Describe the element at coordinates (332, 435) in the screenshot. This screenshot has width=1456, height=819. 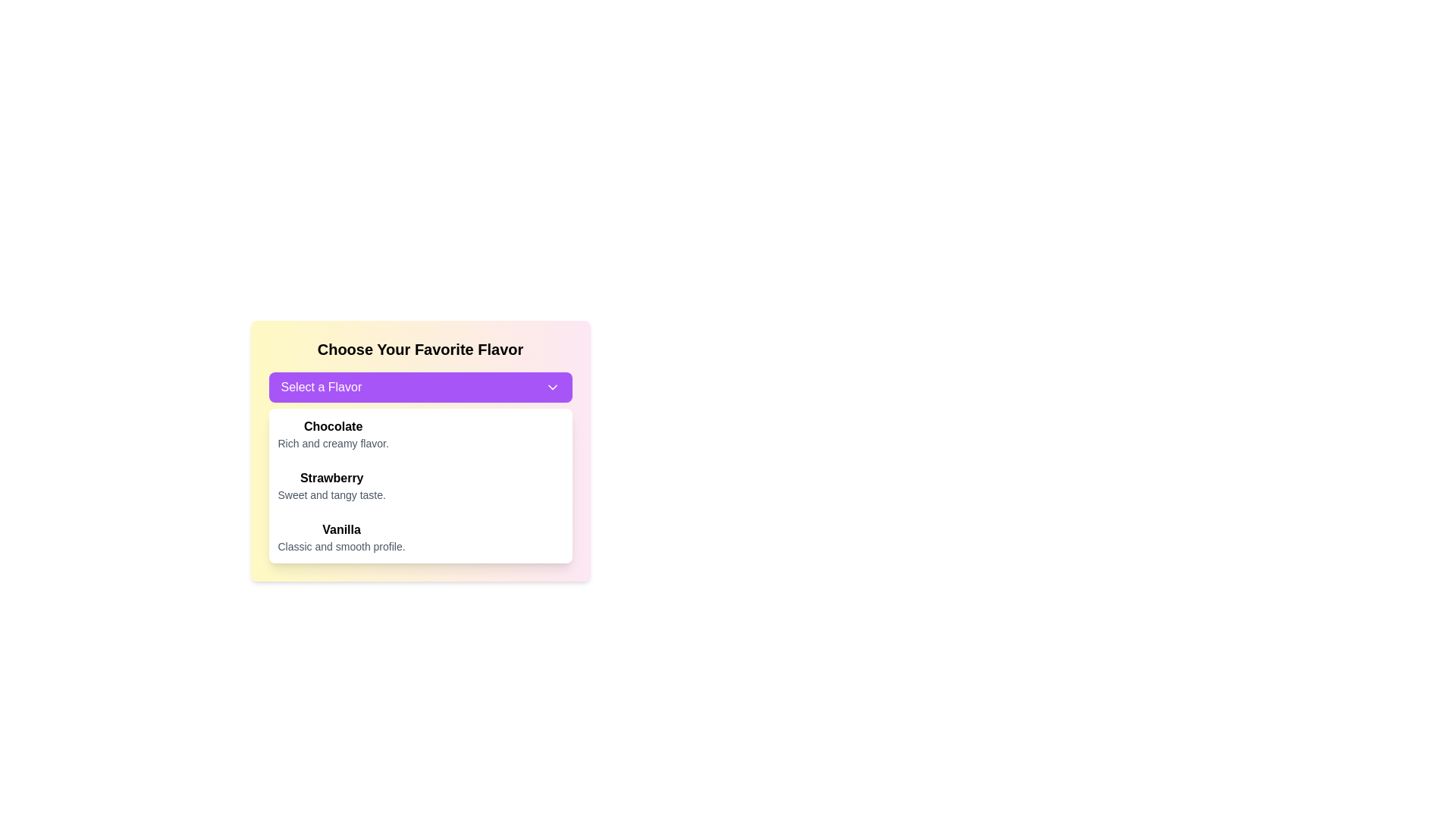
I see `on the first flavor option 'Chocolate' in the dropdown list under 'Select a Flavor' in the 'Choose Your Favorite Flavor' section` at that location.